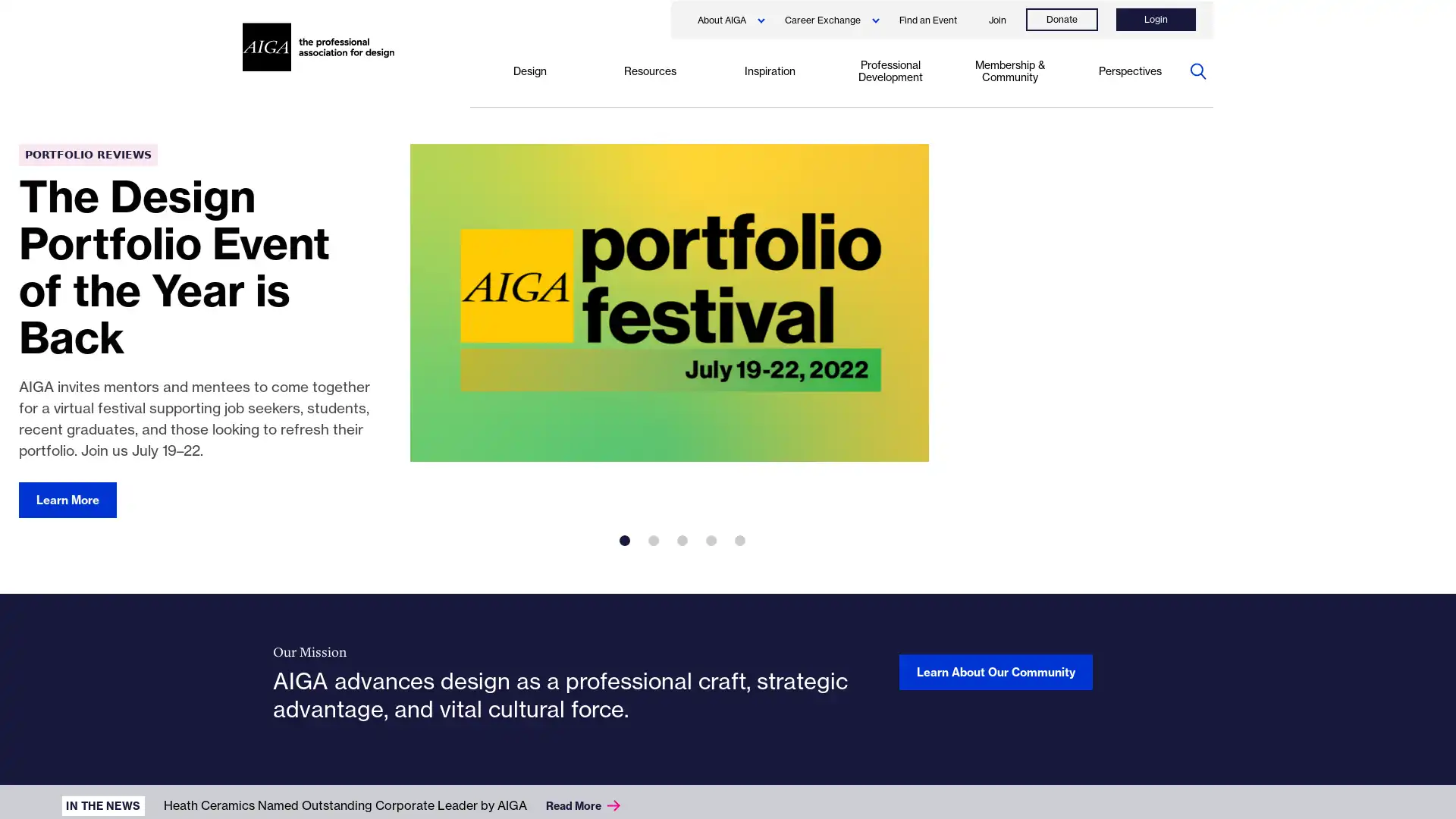 This screenshot has height=819, width=1456. I want to click on 5 of 5, so click(739, 540).